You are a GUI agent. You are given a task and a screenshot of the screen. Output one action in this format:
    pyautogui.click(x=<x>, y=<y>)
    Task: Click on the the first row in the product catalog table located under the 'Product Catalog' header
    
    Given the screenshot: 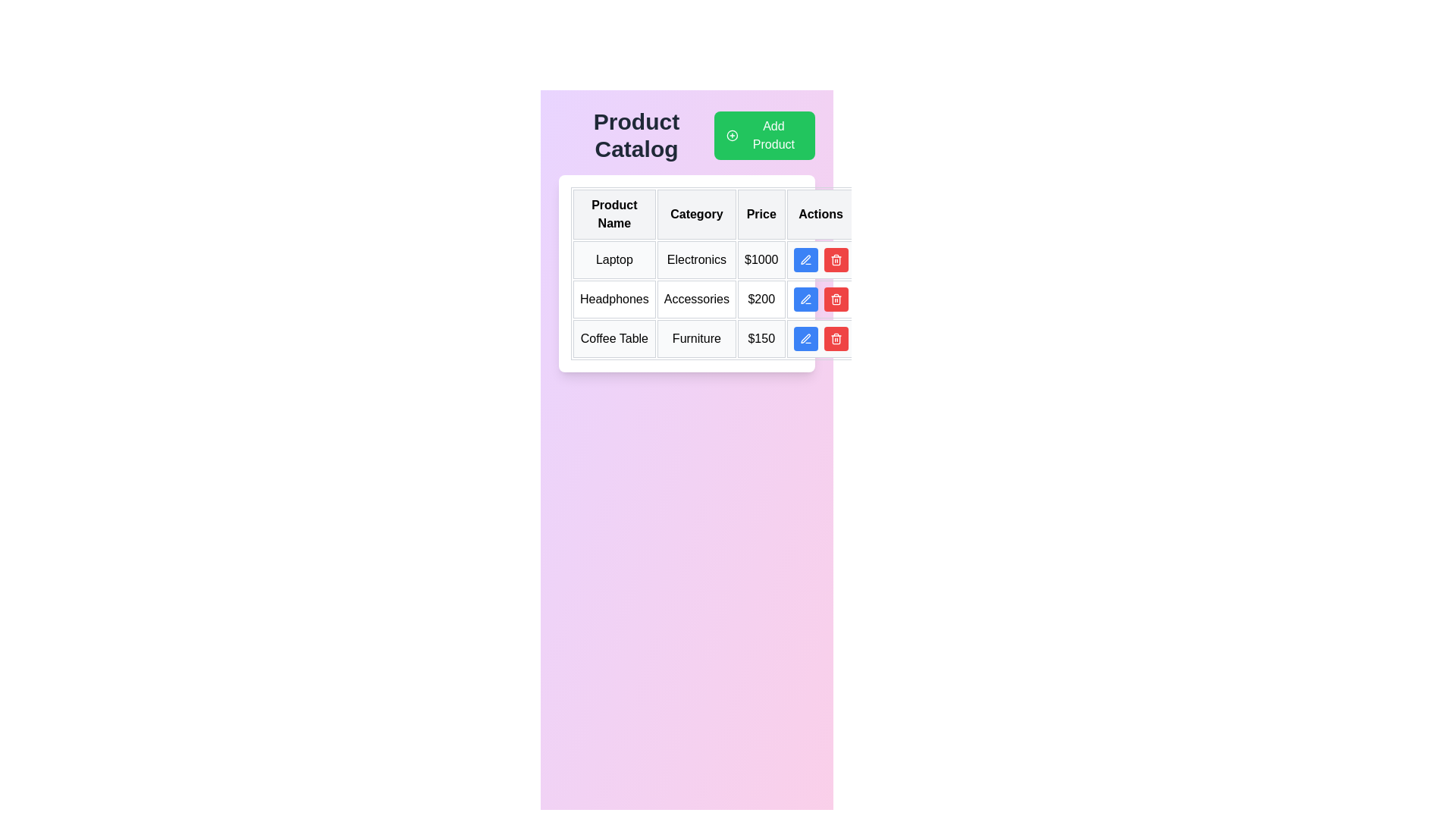 What is the action you would take?
    pyautogui.click(x=713, y=259)
    